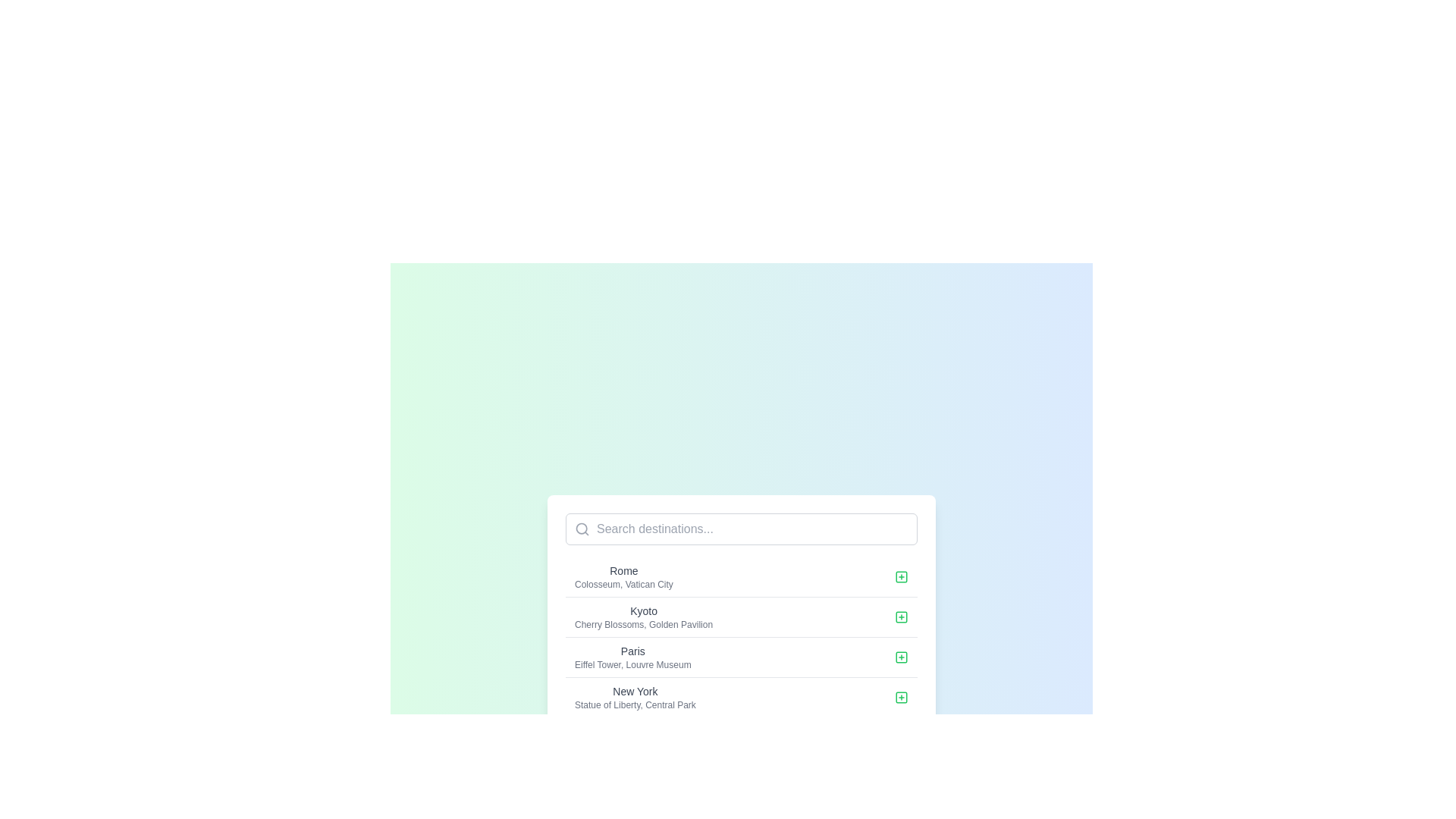 Image resolution: width=1456 pixels, height=819 pixels. Describe the element at coordinates (644, 617) in the screenshot. I see `to select the list item for 'Kyoto' as a destination from the dropdown list` at that location.